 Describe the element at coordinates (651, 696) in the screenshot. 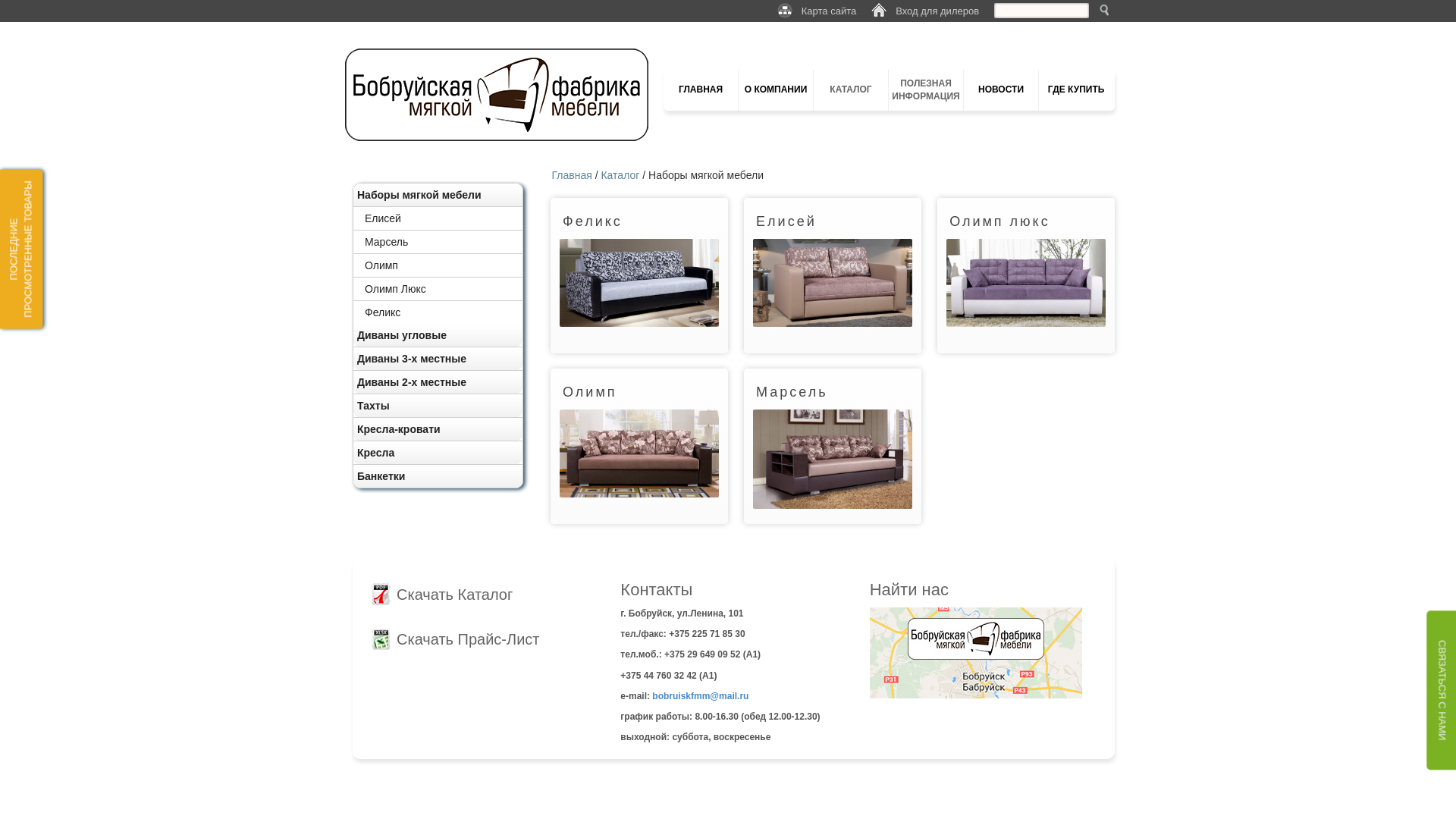

I see `'bobruiskfmm@mail.ru'` at that location.